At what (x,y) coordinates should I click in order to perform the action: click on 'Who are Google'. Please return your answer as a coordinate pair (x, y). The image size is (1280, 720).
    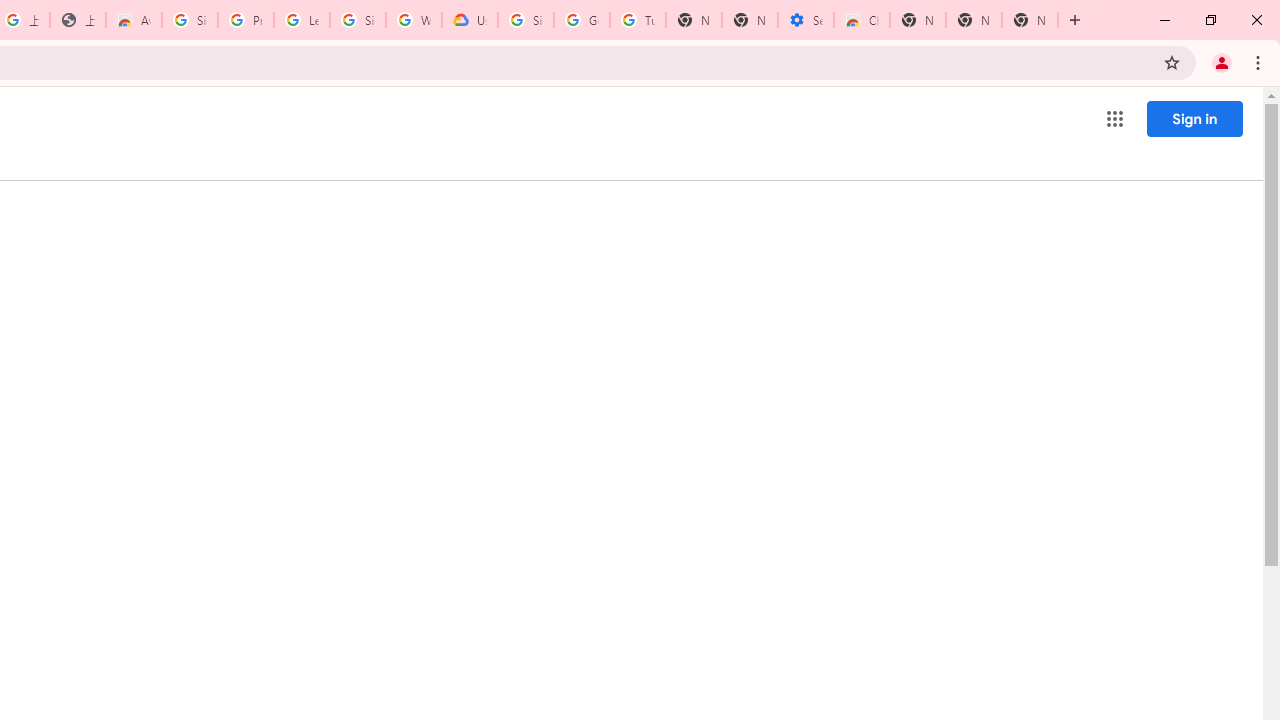
    Looking at the image, I should click on (413, 20).